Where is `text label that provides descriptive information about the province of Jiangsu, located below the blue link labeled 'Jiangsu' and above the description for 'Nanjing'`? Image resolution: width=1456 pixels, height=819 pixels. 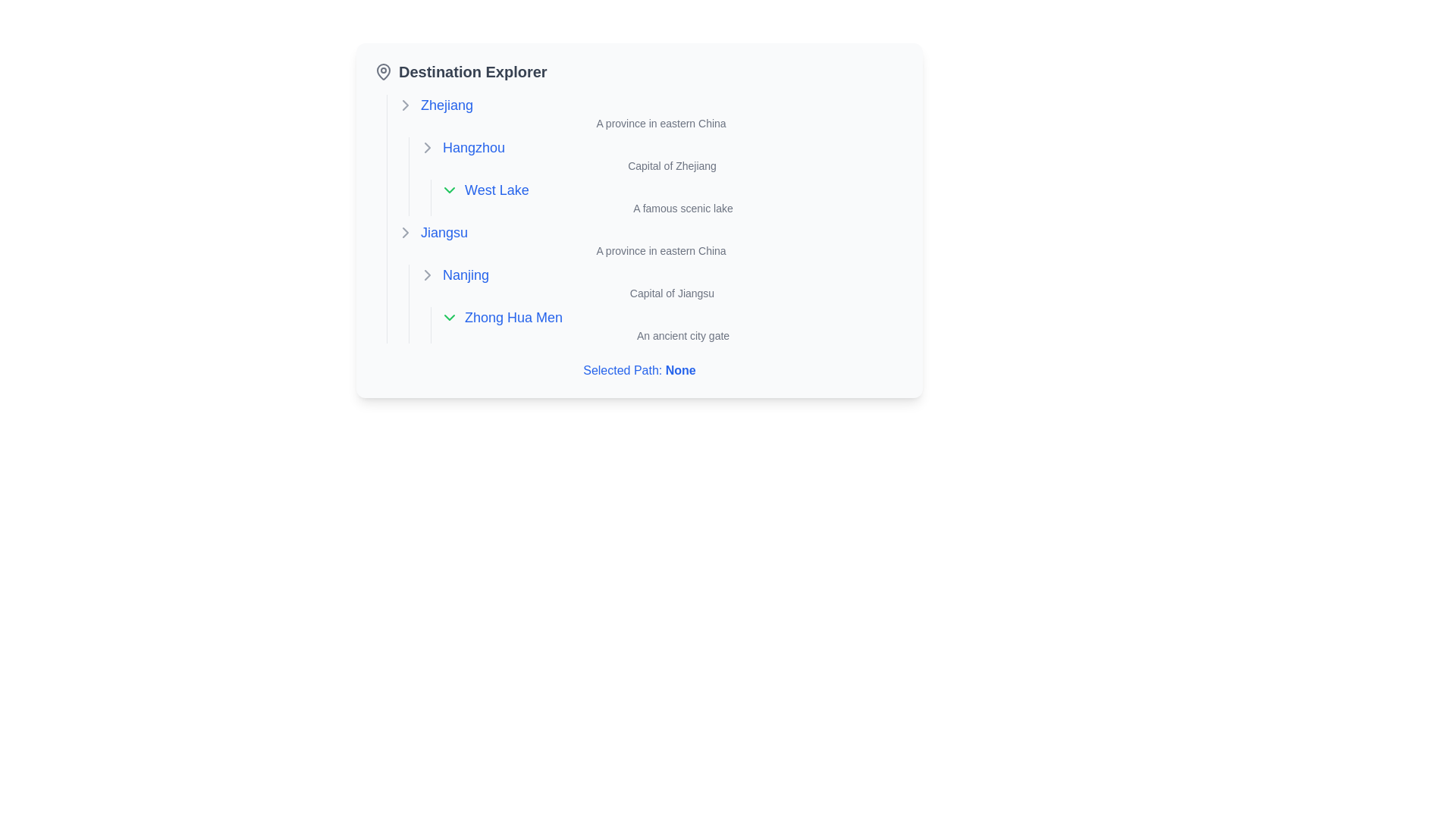 text label that provides descriptive information about the province of Jiangsu, located below the blue link labeled 'Jiangsu' and above the description for 'Nanjing' is located at coordinates (651, 250).